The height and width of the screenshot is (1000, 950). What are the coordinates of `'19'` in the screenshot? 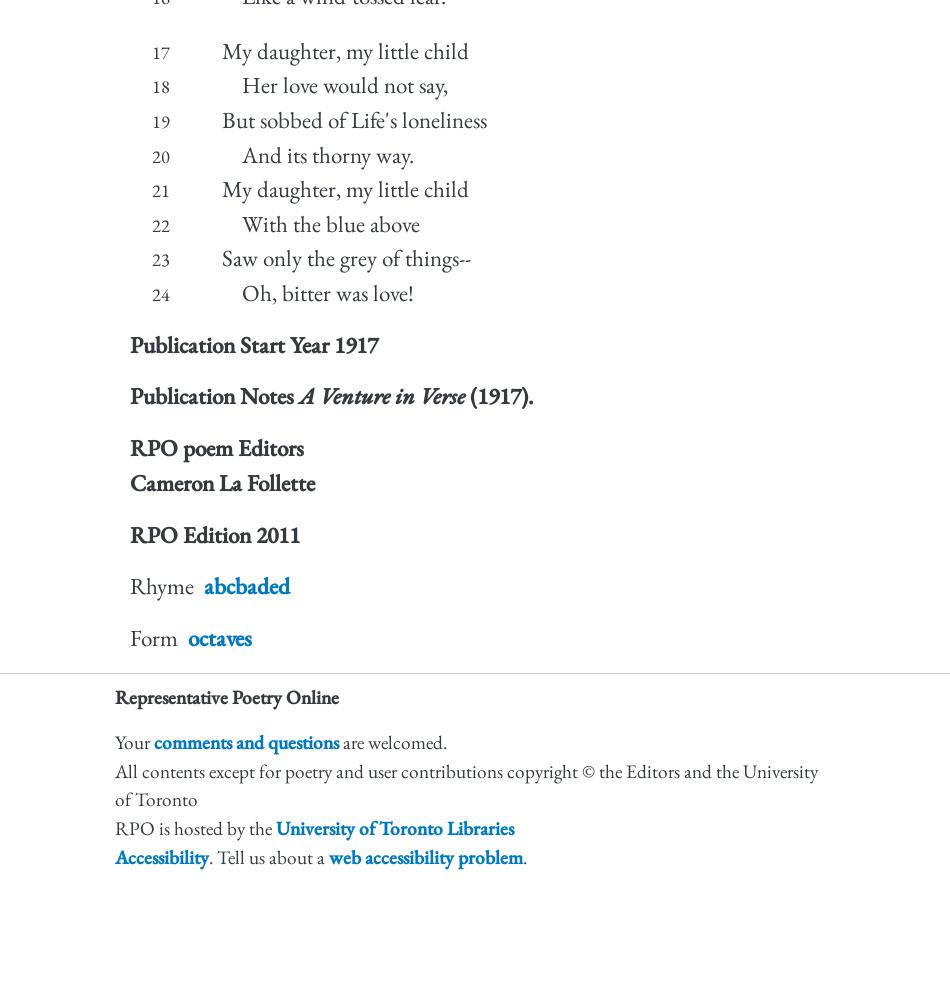 It's located at (161, 119).